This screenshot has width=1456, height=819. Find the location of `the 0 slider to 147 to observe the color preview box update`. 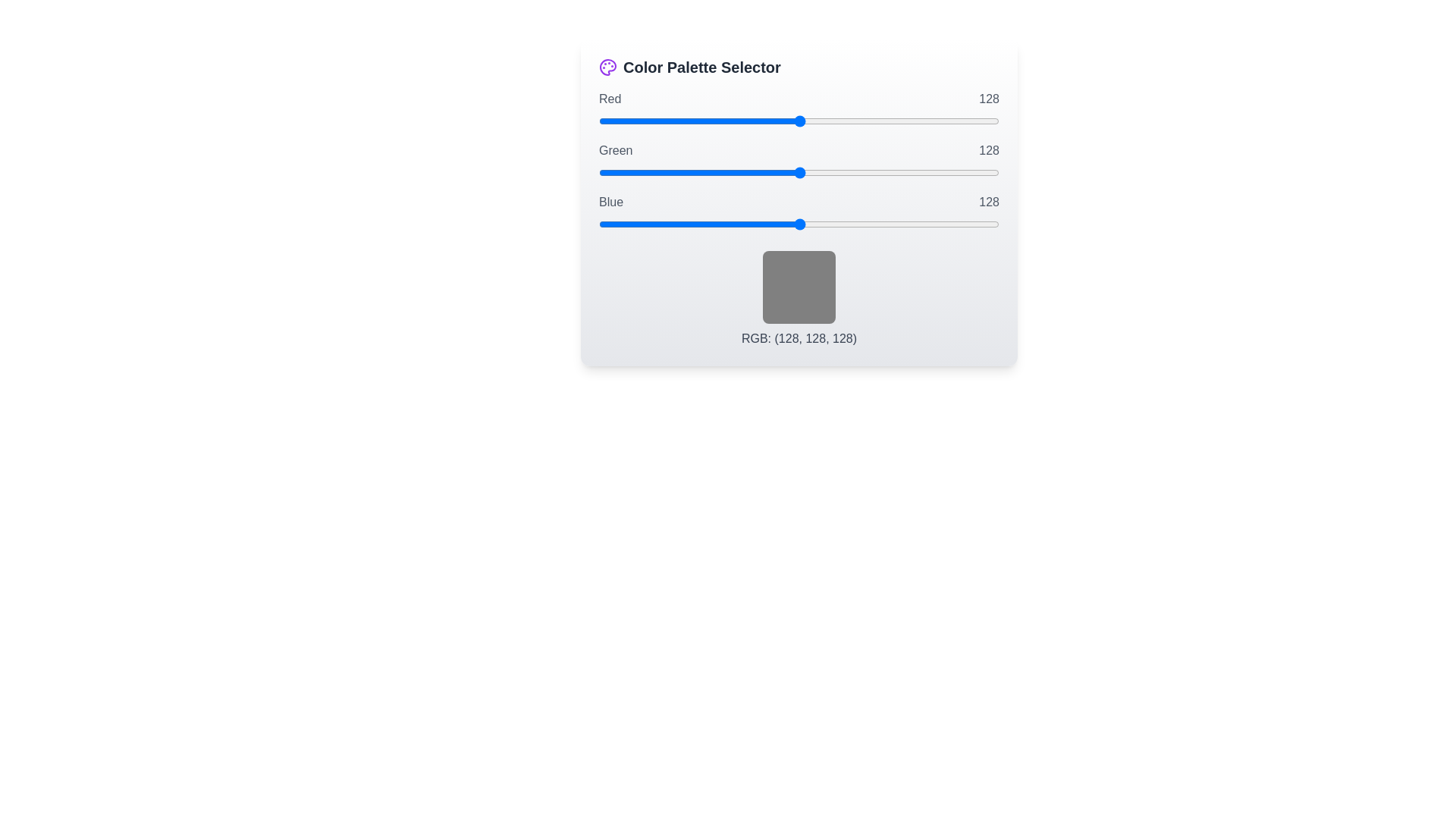

the 0 slider to 147 to observe the color preview box update is located at coordinates (799, 120).